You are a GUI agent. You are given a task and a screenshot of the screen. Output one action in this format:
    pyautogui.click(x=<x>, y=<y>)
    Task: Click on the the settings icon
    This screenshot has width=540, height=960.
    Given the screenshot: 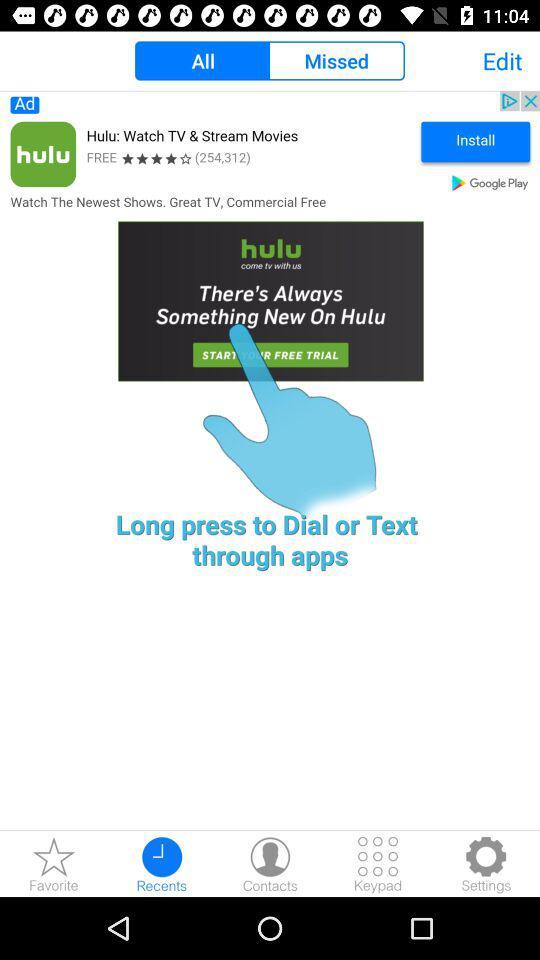 What is the action you would take?
    pyautogui.click(x=485, y=863)
    